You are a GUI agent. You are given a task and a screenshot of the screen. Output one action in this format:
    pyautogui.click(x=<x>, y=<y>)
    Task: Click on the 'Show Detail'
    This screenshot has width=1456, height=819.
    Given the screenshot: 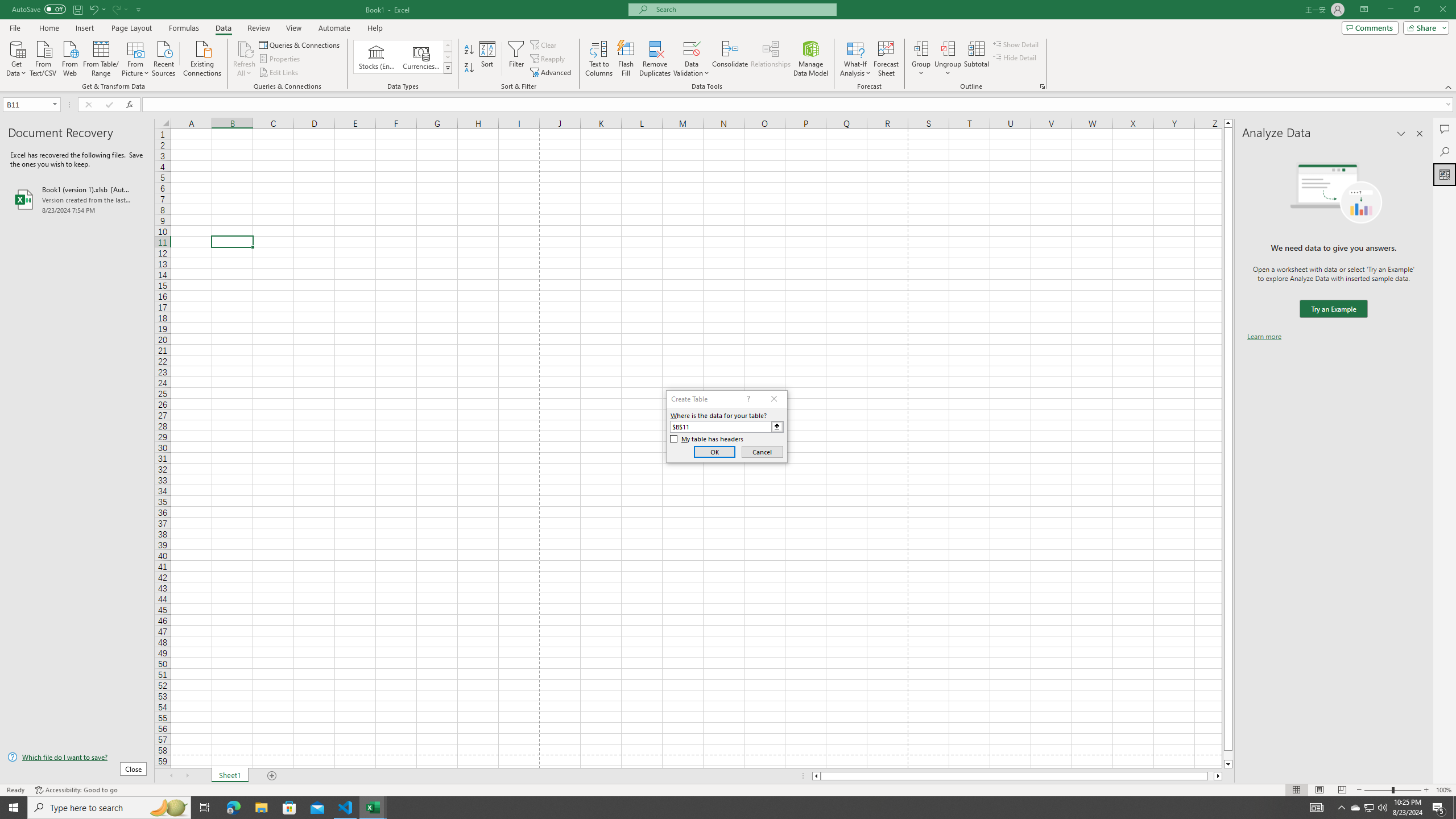 What is the action you would take?
    pyautogui.click(x=1015, y=44)
    